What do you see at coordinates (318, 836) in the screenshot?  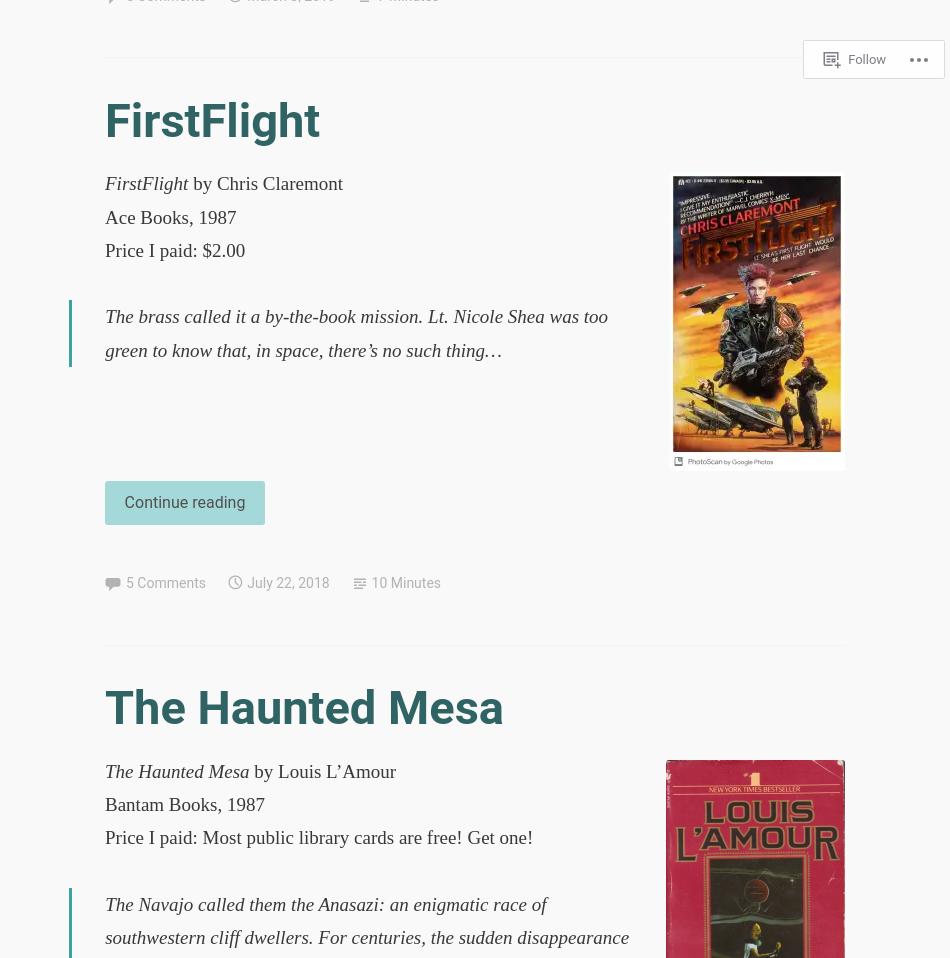 I see `'Price I paid: Most public library cards are free! Get one!'` at bounding box center [318, 836].